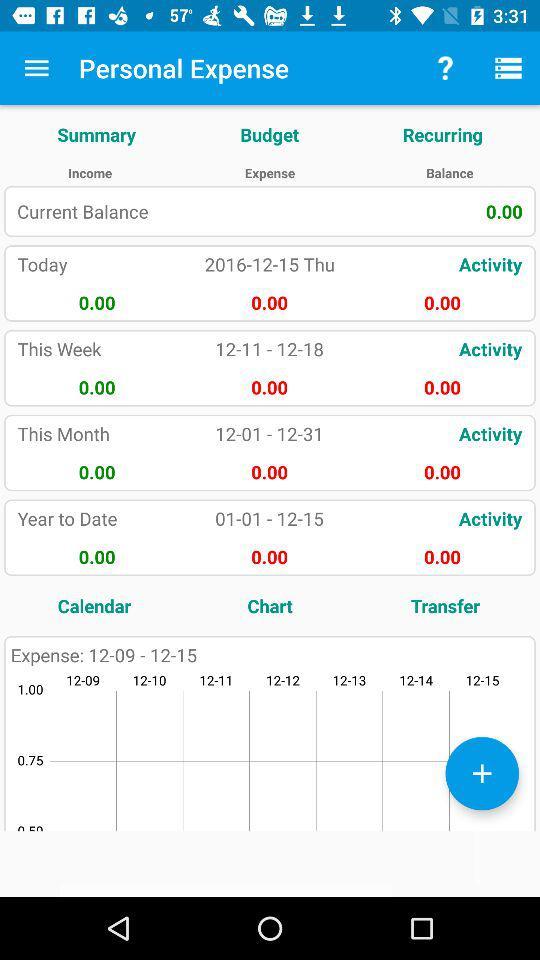 The image size is (540, 960). What do you see at coordinates (445, 604) in the screenshot?
I see `item below the 0.00 icon` at bounding box center [445, 604].